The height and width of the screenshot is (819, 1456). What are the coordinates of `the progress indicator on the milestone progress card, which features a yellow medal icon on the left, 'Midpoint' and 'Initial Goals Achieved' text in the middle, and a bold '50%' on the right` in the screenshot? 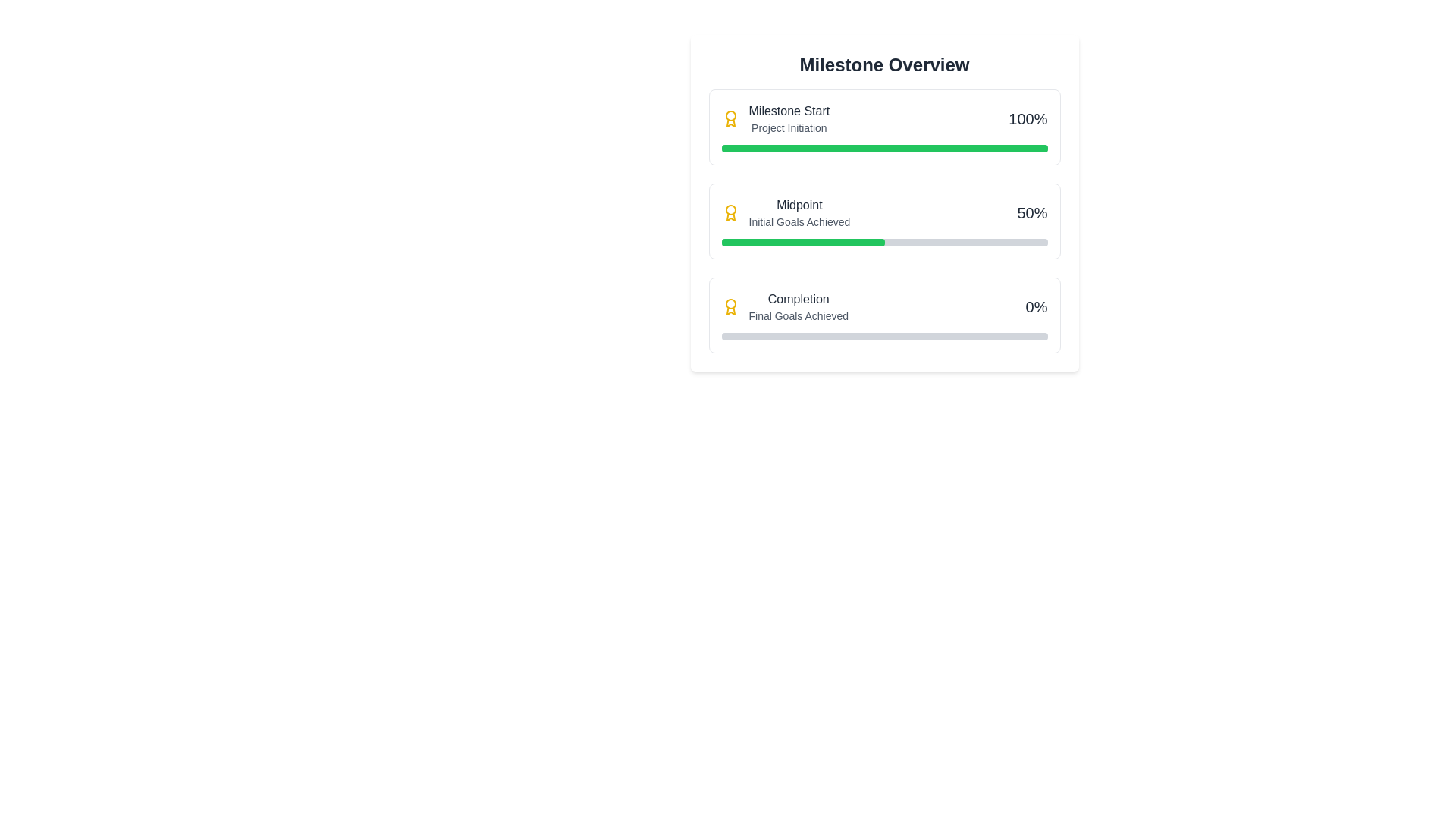 It's located at (884, 221).